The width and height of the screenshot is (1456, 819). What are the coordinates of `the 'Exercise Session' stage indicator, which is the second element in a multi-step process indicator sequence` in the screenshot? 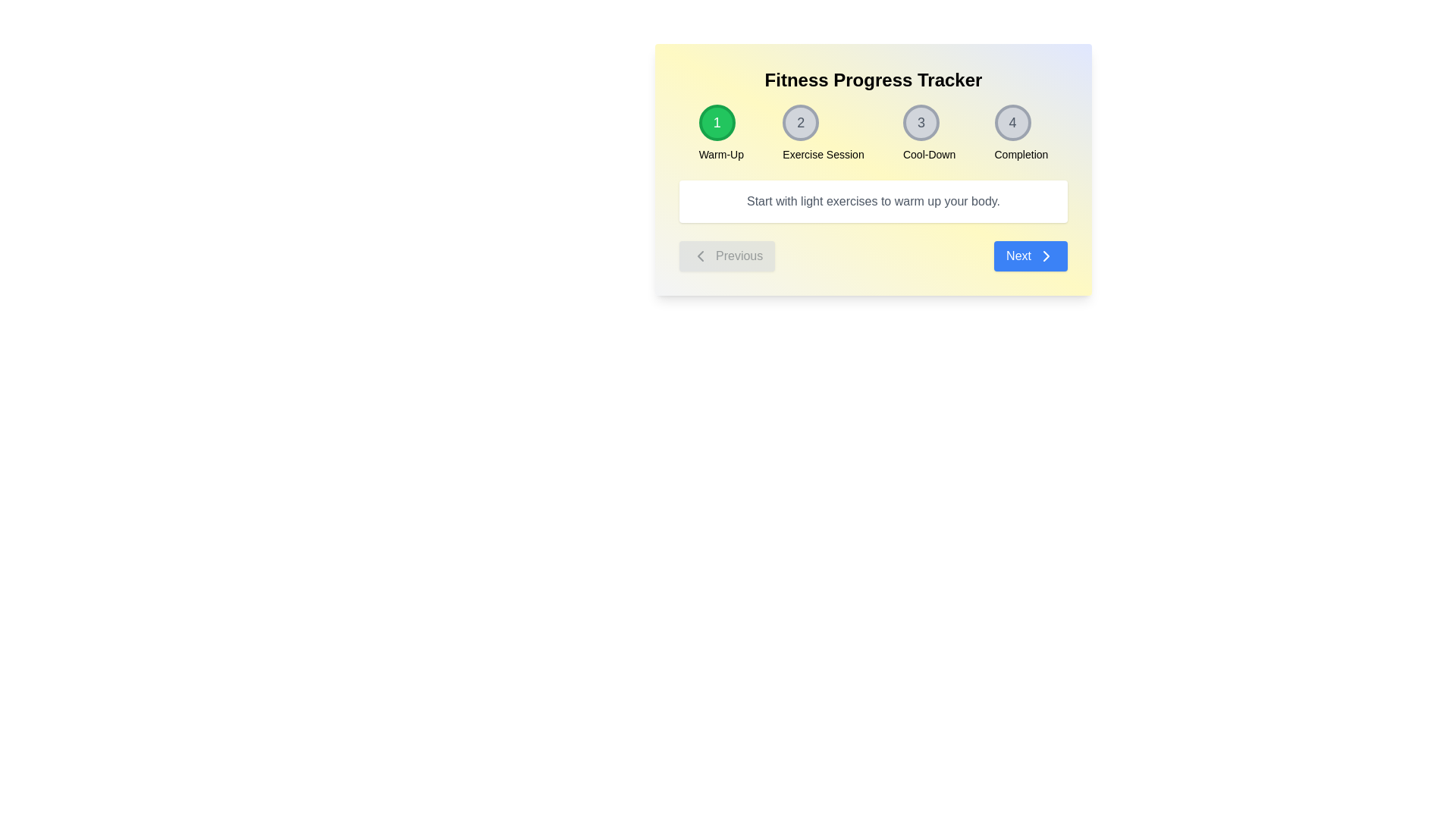 It's located at (822, 133).